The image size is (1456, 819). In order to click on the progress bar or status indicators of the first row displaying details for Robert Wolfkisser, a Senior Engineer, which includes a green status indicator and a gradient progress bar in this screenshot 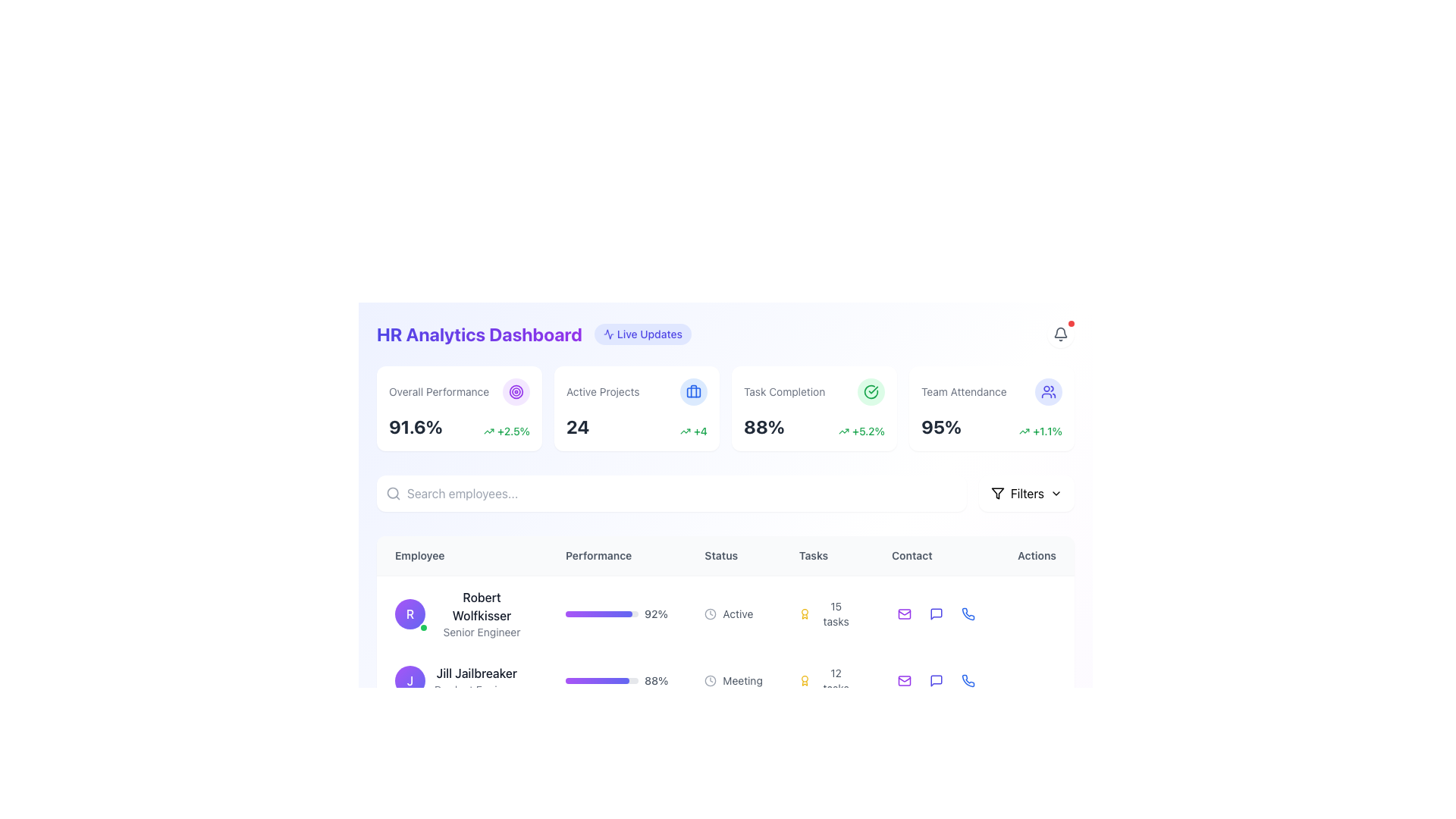, I will do `click(724, 613)`.